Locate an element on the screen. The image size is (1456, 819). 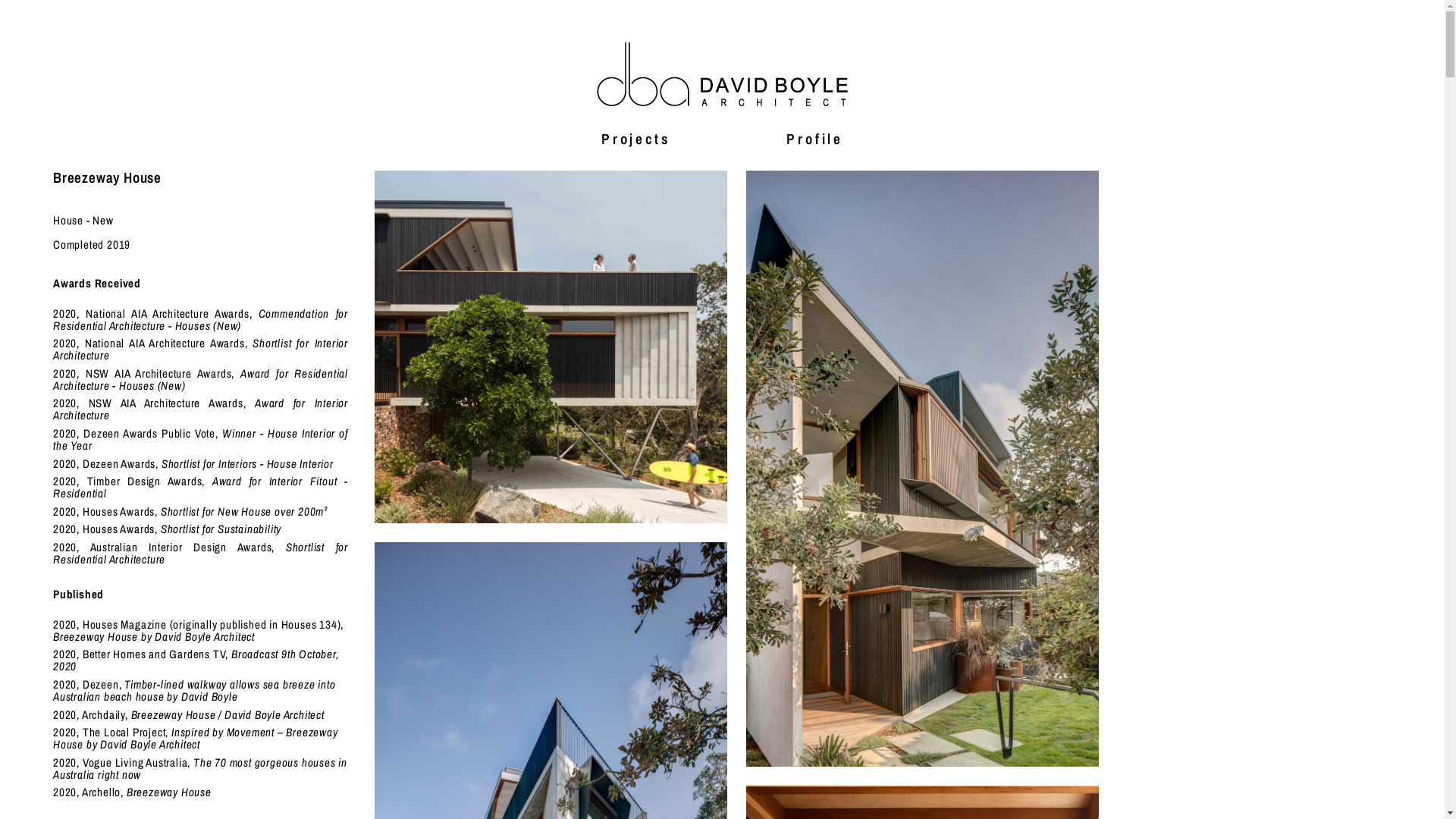
'2020, Archdaily, Breezeway House / David Boyle Architect' is located at coordinates (188, 714).